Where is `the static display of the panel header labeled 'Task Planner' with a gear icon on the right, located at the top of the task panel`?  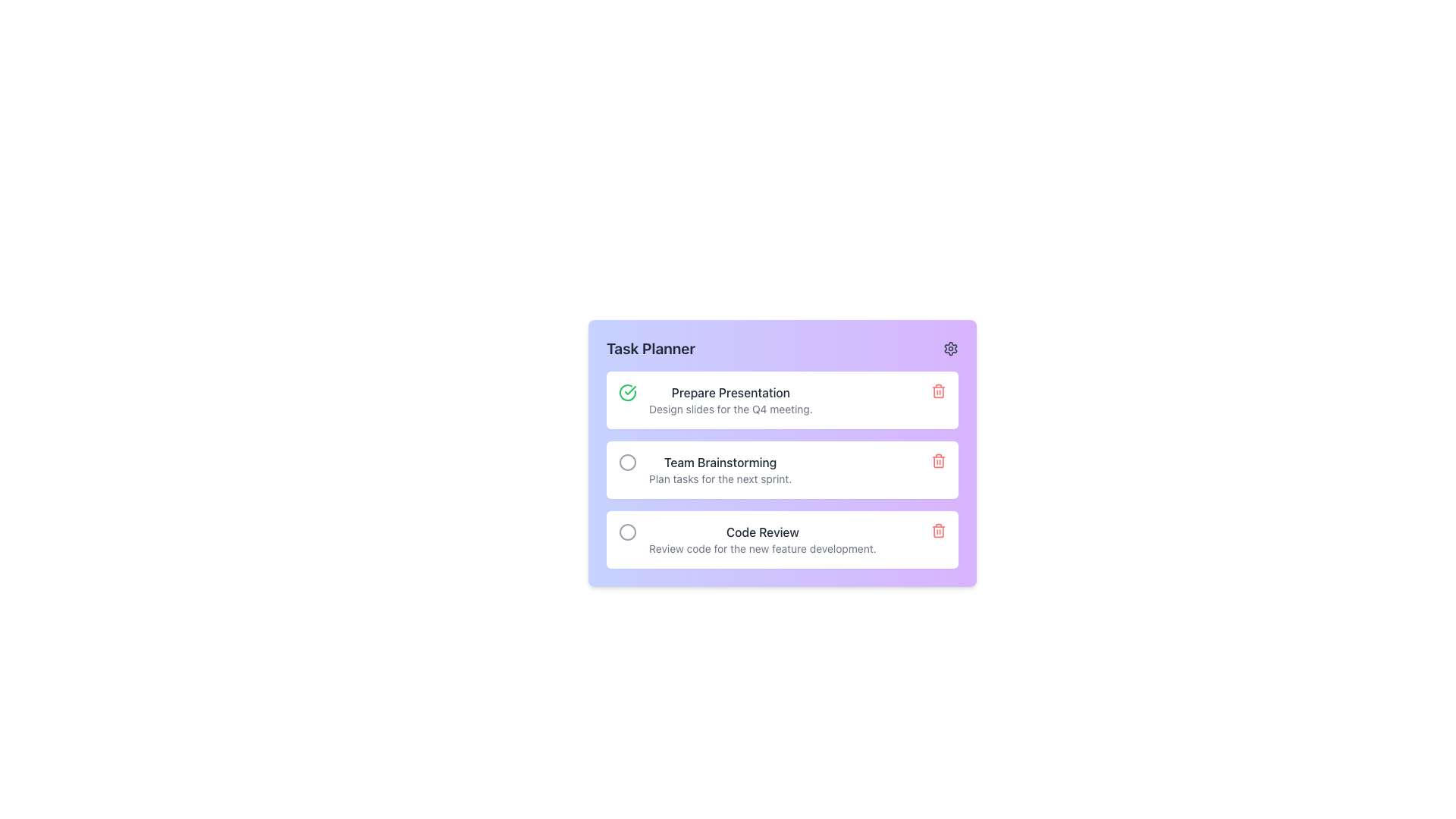
the static display of the panel header labeled 'Task Planner' with a gear icon on the right, located at the top of the task panel is located at coordinates (783, 348).